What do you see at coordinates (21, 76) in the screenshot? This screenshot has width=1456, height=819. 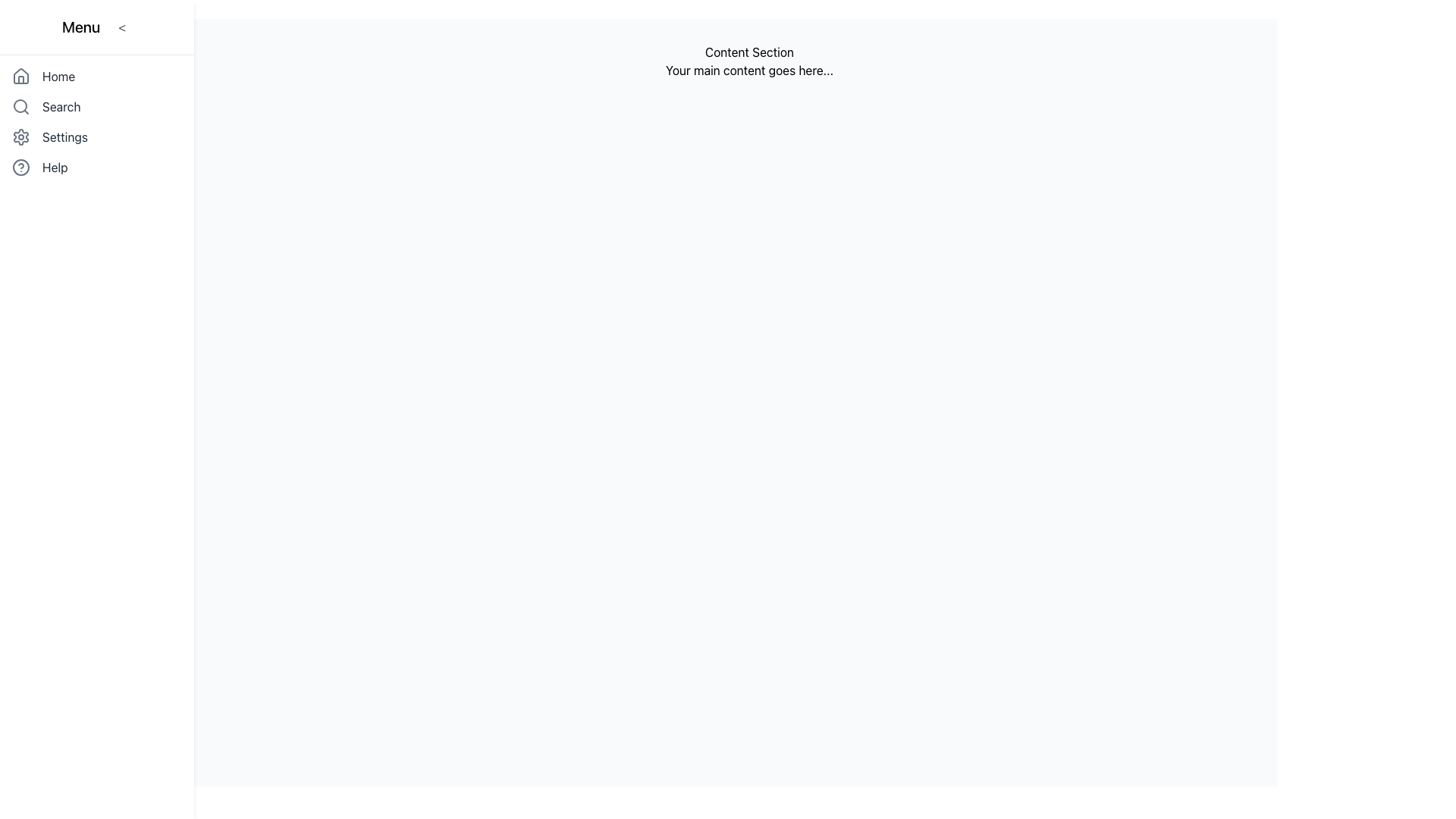 I see `the upper part of the house icon, specifically the triangular roof, in the sidebar menu` at bounding box center [21, 76].